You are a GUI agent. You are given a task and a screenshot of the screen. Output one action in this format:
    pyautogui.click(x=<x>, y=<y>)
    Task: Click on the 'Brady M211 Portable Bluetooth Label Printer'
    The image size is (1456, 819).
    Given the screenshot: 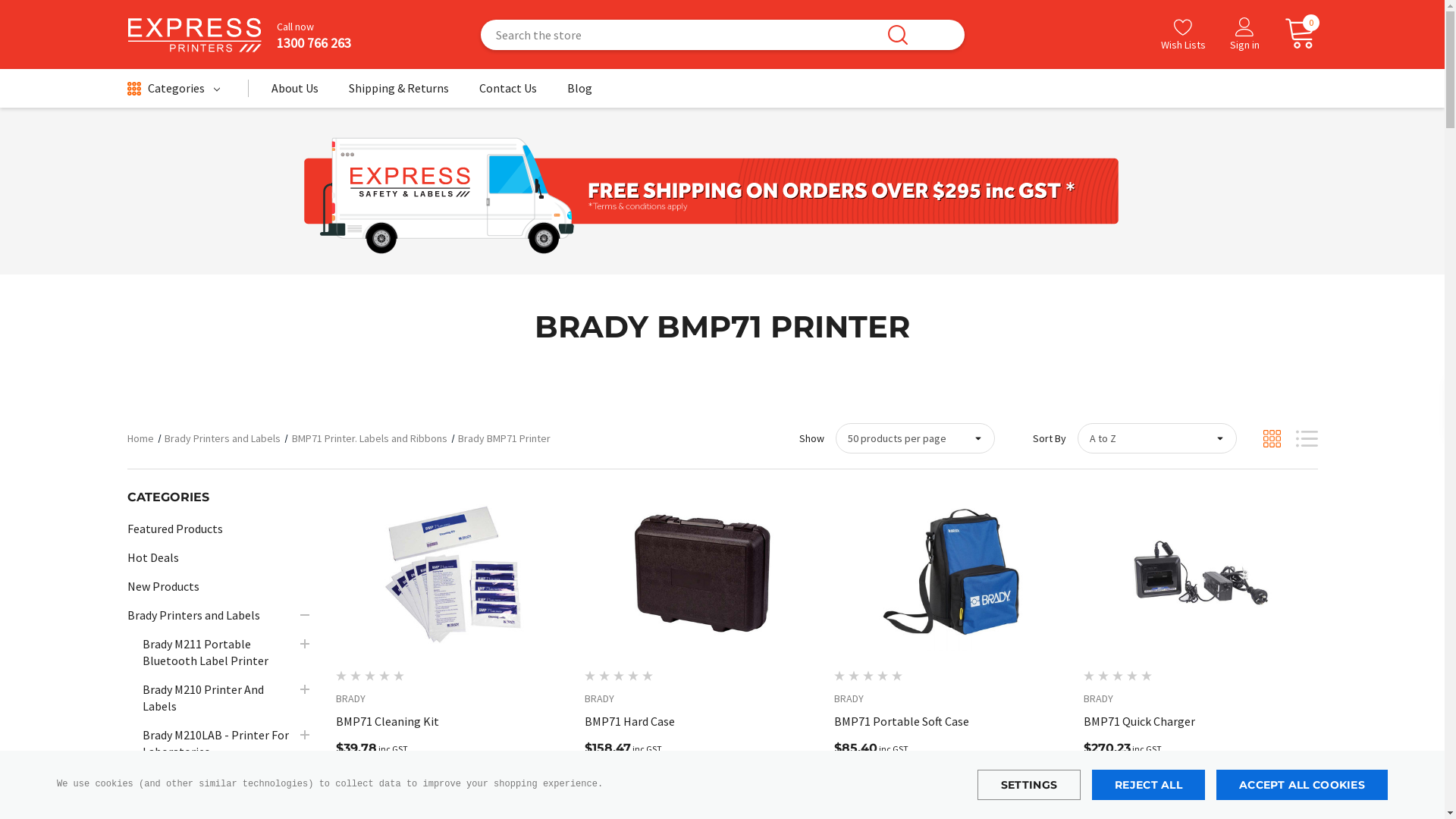 What is the action you would take?
    pyautogui.click(x=218, y=651)
    